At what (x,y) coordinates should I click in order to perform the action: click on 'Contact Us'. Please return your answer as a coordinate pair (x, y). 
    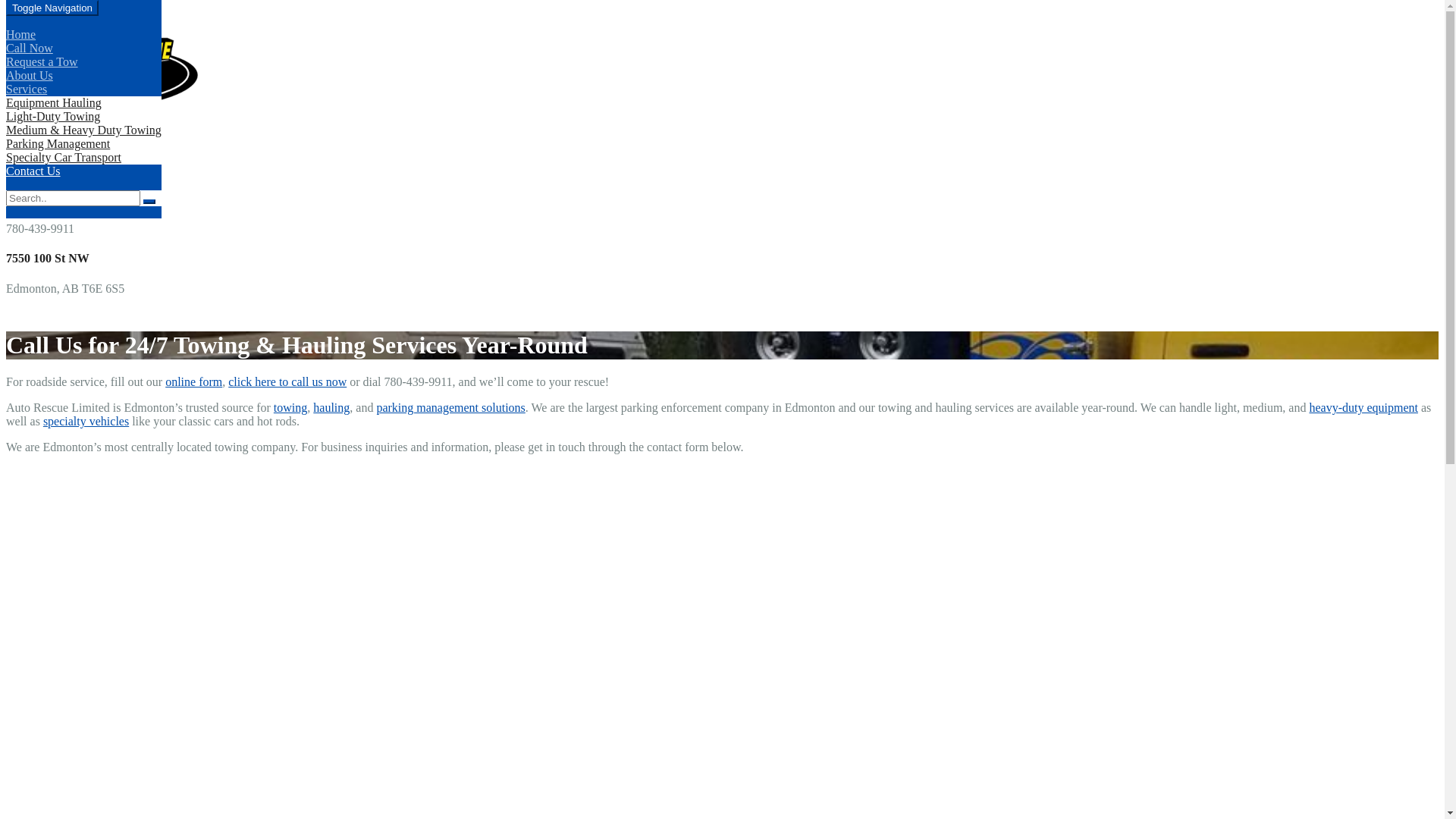
    Looking at the image, I should click on (33, 171).